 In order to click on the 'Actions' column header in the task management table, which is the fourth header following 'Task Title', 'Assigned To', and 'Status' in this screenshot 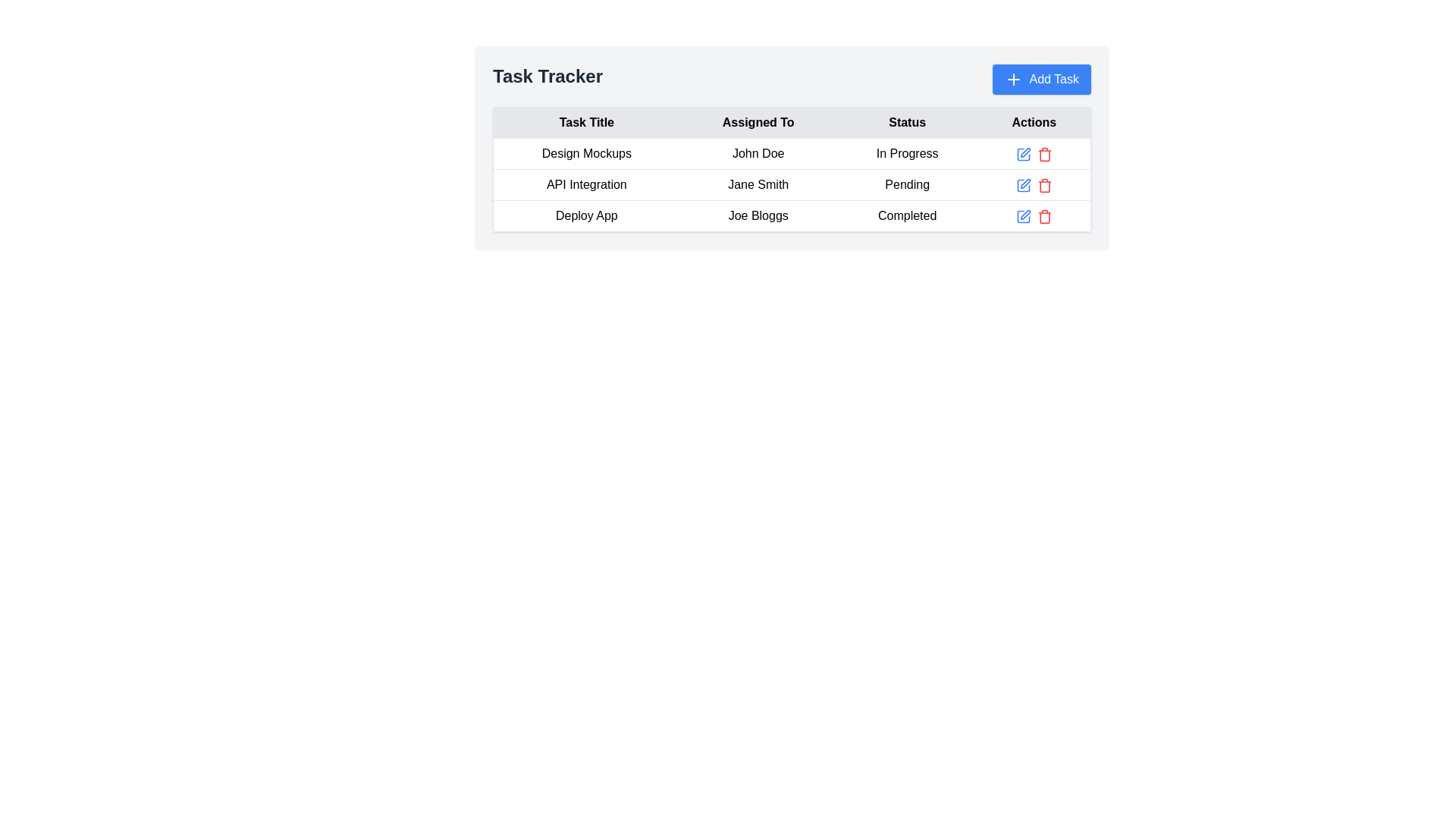, I will do `click(1033, 122)`.